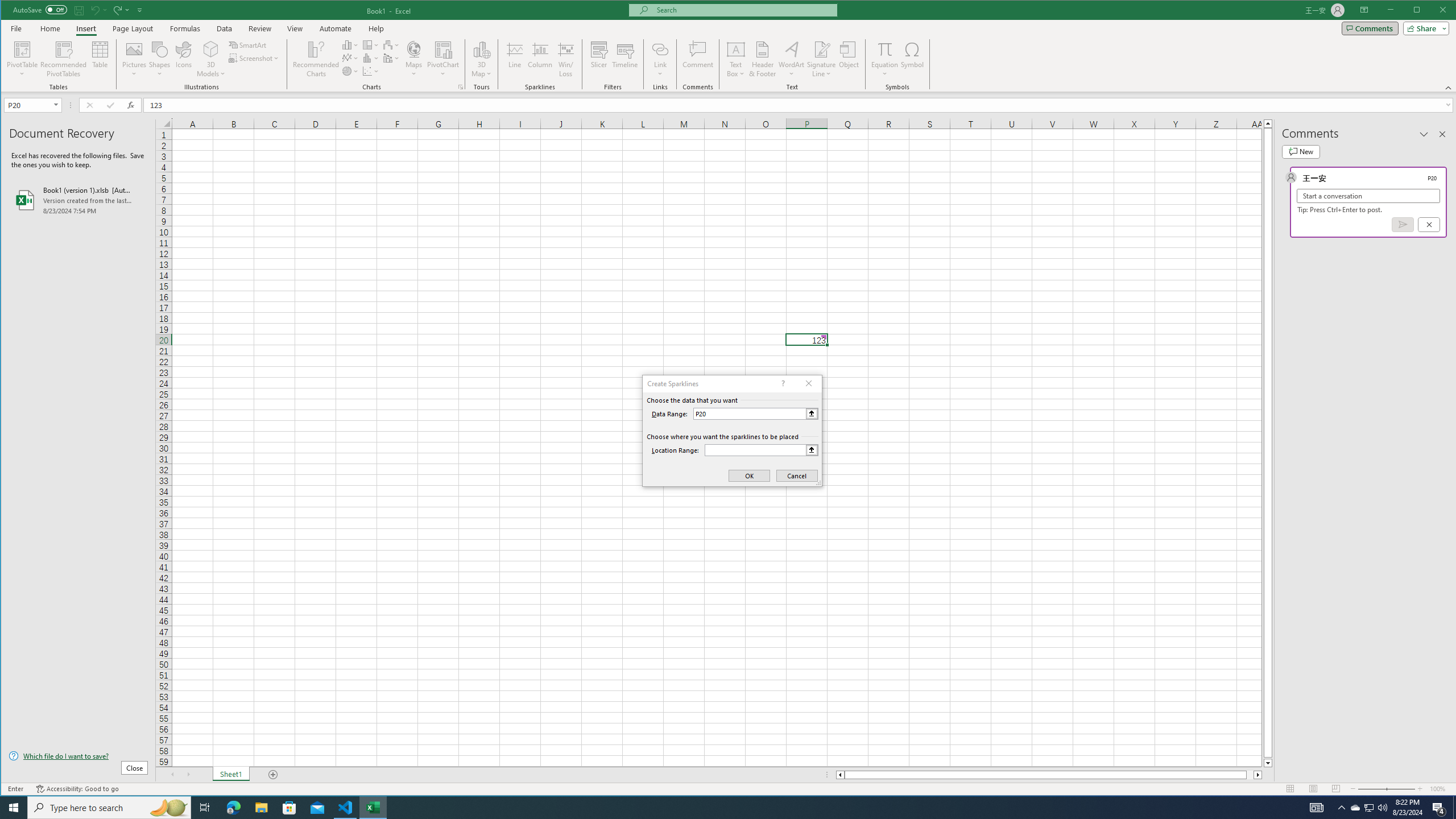  Describe the element at coordinates (371, 71) in the screenshot. I see `'Insert Scatter (X, Y) or Bubble Chart'` at that location.